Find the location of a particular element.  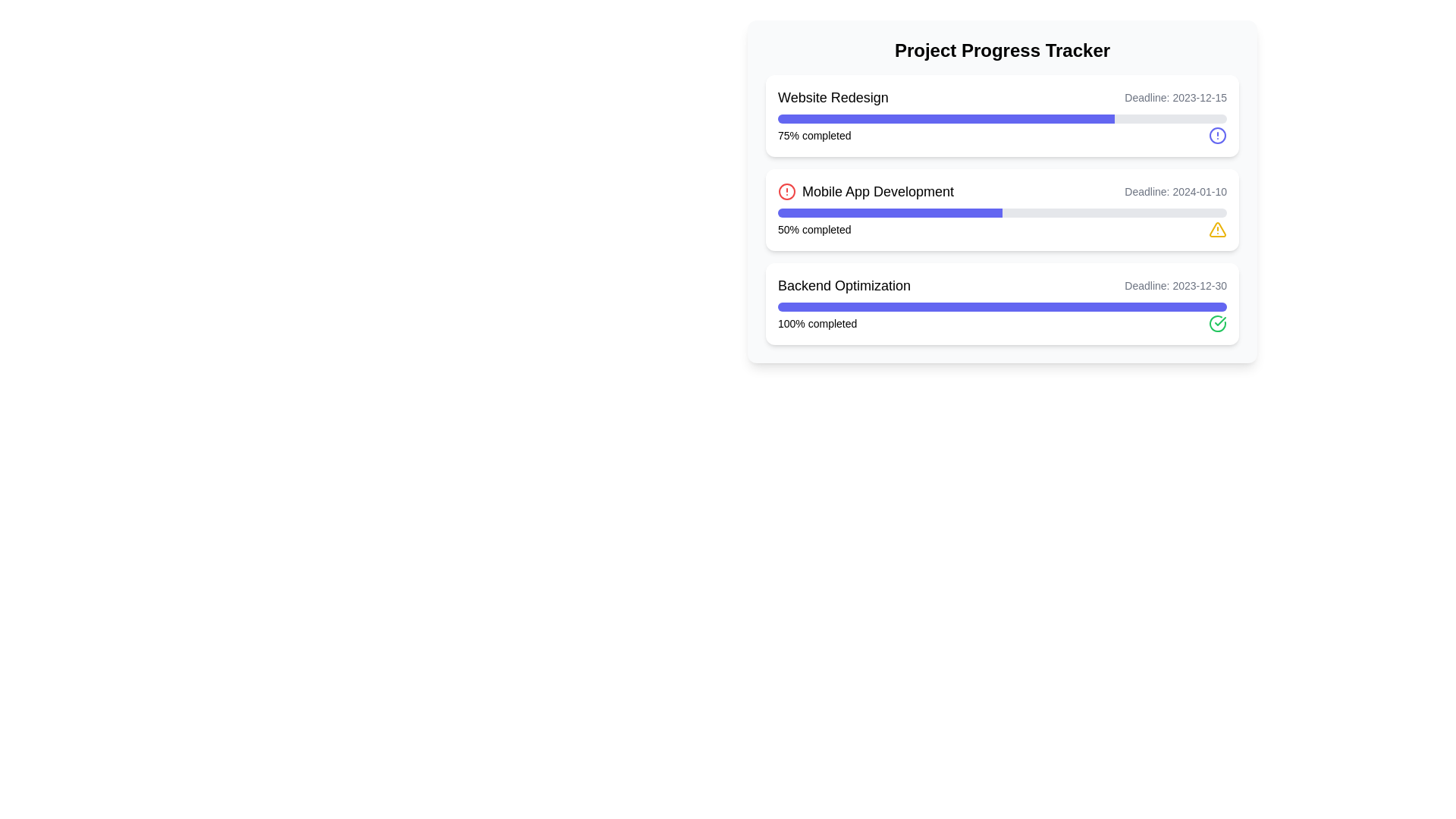

the text label reading 'Deadline: 2024-01-10' located at the bottom right of the 'Mobile App Development' section in the project progress tracker interface is located at coordinates (1175, 191).